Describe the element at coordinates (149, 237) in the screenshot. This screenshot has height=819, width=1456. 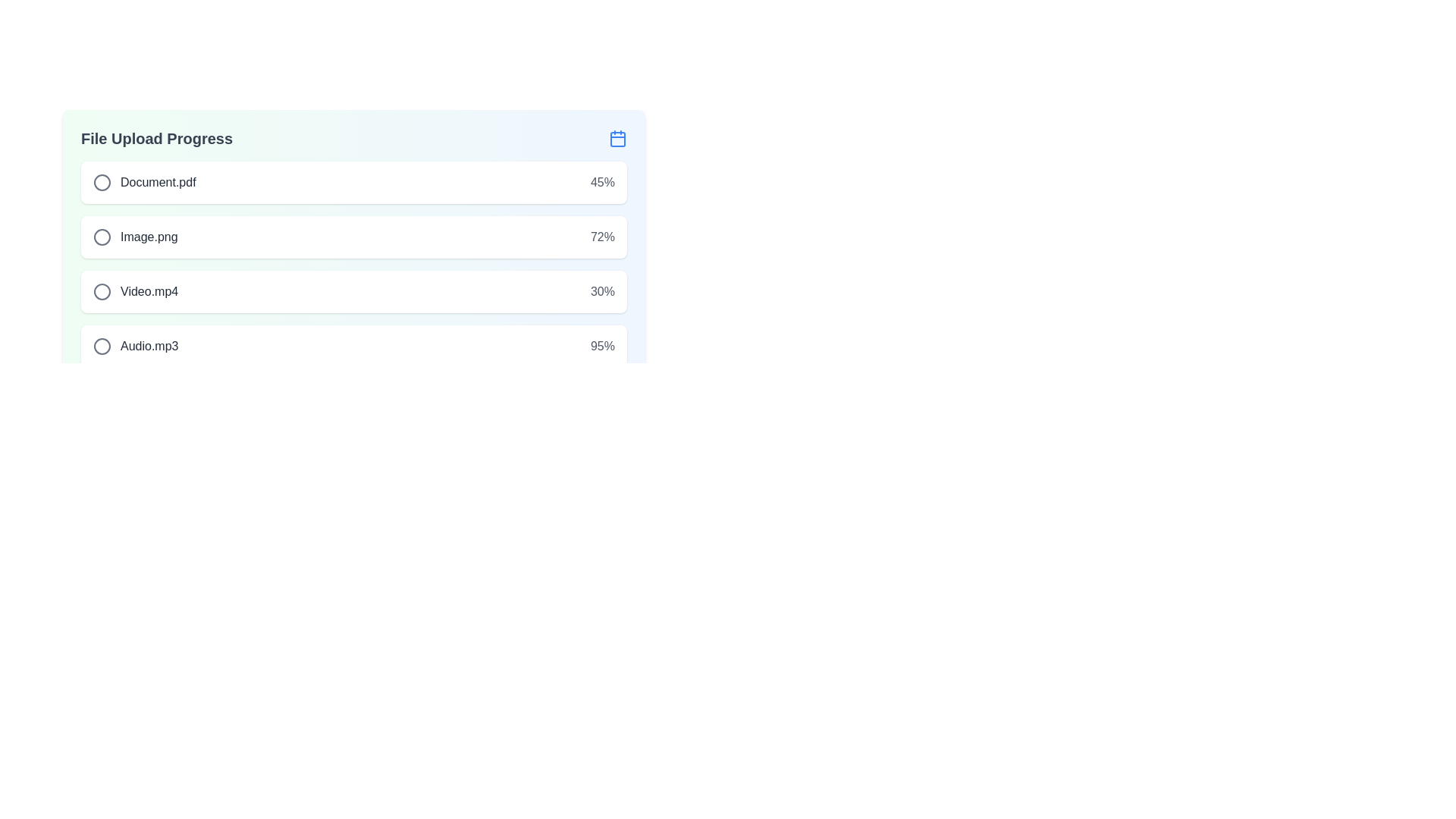
I see `the text label that identifies the file being uploaded, located in the second row of the upload progress list, to the immediate right of an unselected circular radio button` at that location.